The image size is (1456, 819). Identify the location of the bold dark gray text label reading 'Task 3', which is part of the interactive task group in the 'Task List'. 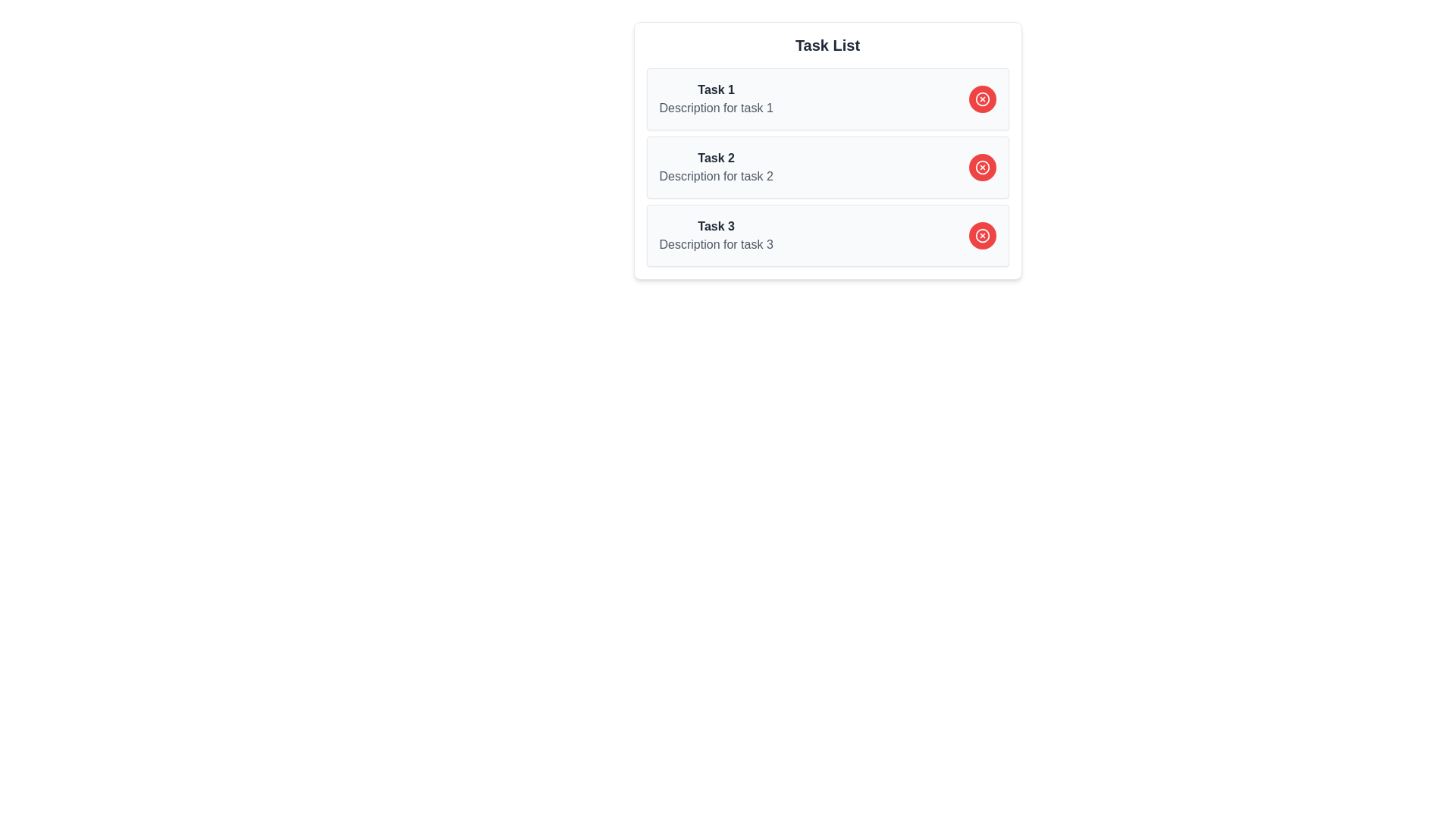
(715, 227).